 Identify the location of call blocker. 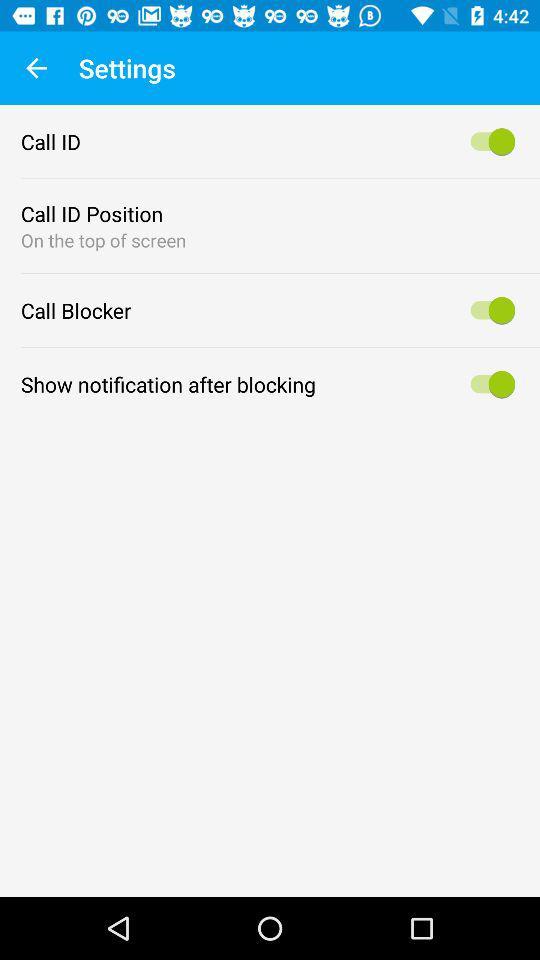
(488, 310).